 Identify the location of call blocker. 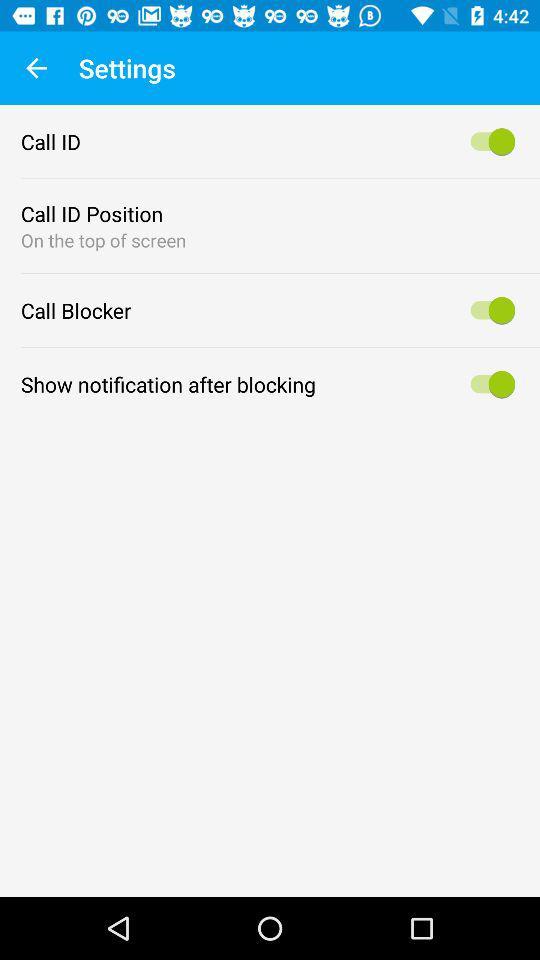
(488, 310).